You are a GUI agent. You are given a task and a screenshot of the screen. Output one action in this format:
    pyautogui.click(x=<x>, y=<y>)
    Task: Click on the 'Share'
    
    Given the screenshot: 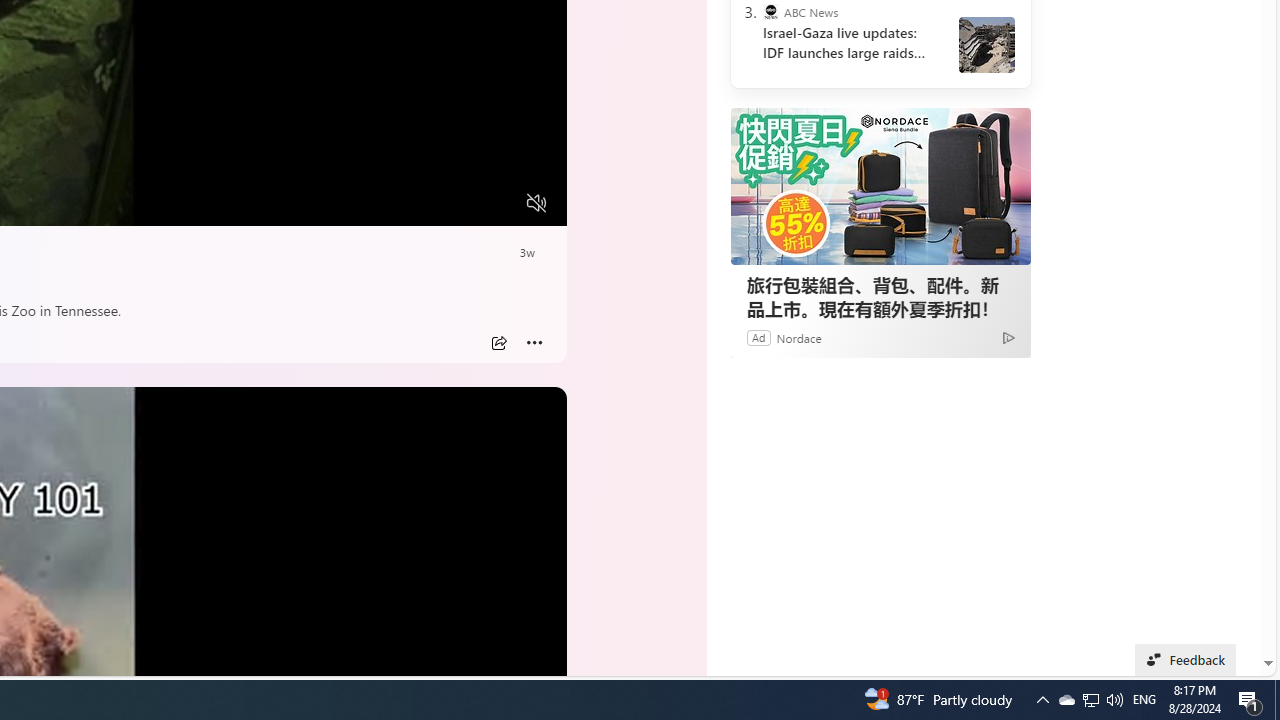 What is the action you would take?
    pyautogui.click(x=498, y=342)
    